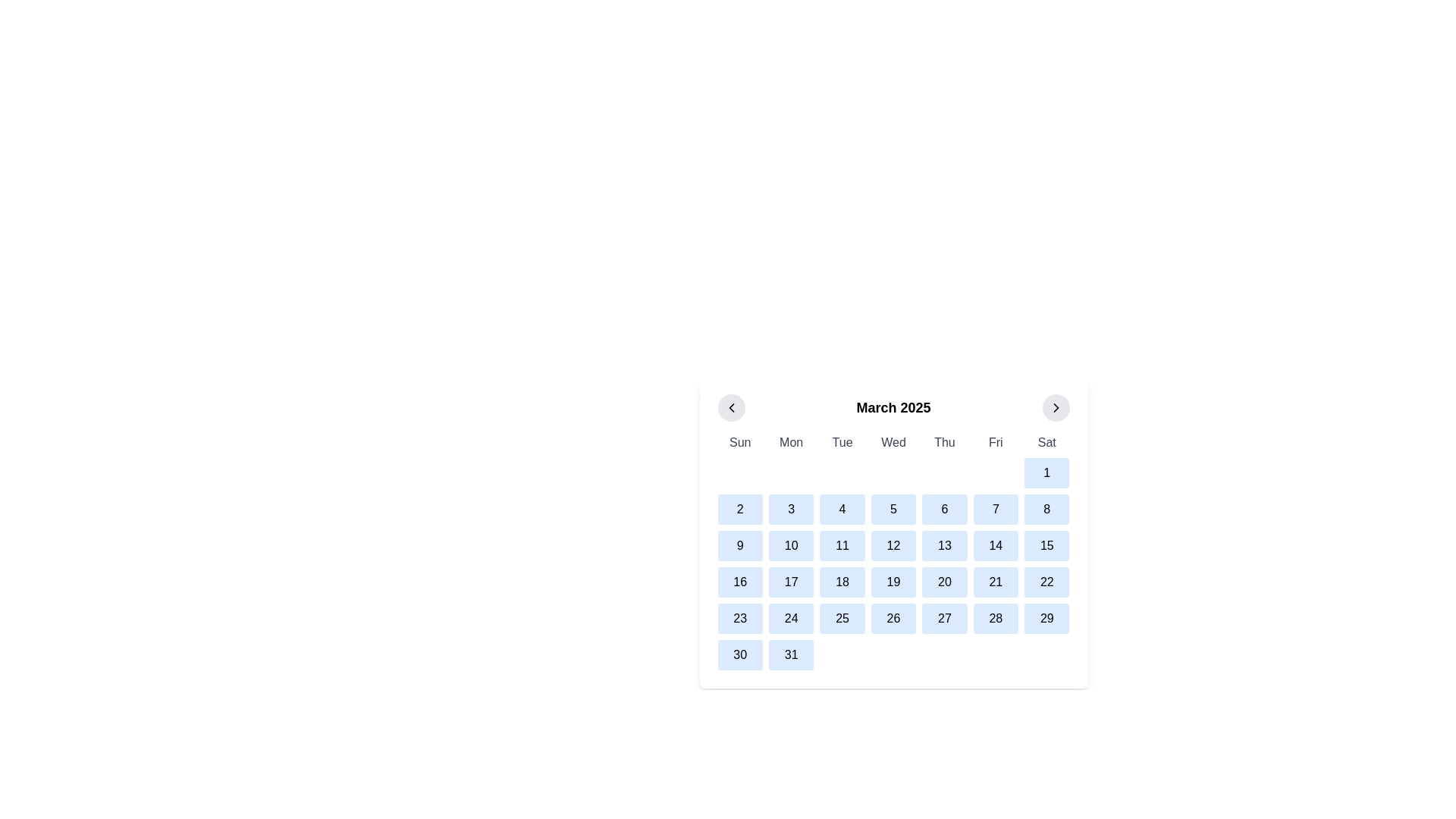  What do you see at coordinates (731, 406) in the screenshot?
I see `the circular button with a light gray background and left-pointing chevron icon, located to the left of 'March 2025' in the calendar header` at bounding box center [731, 406].